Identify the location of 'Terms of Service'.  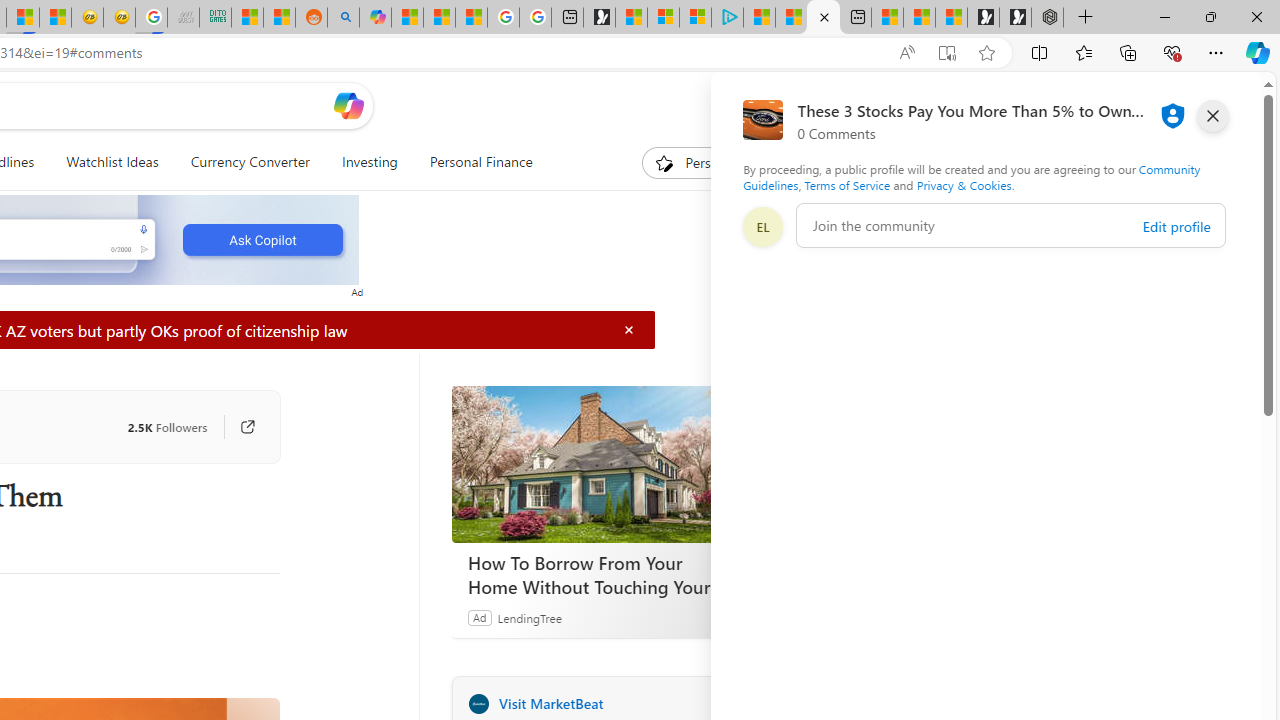
(846, 185).